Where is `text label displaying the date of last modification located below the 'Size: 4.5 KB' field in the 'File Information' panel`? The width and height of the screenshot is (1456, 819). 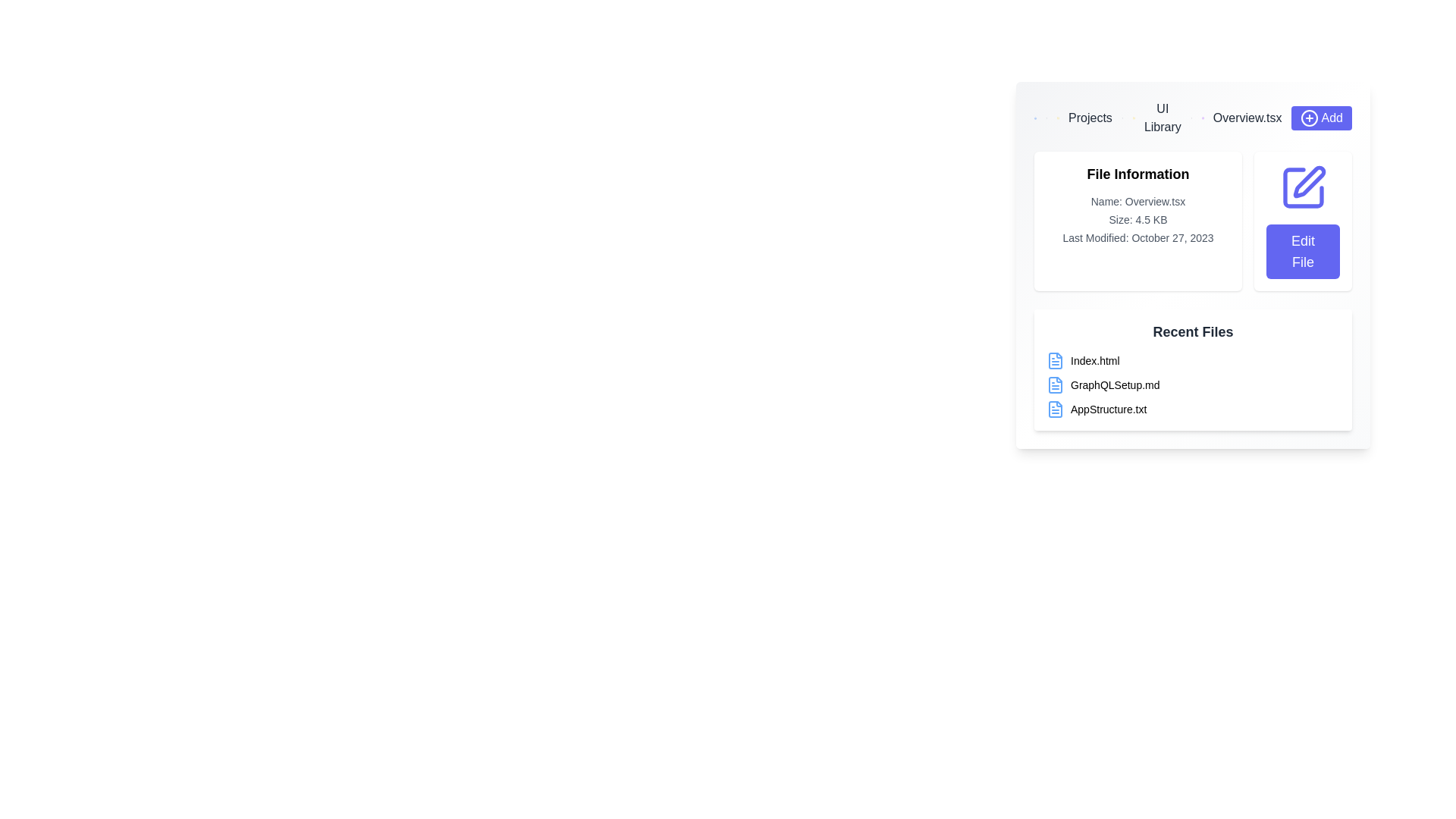
text label displaying the date of last modification located below the 'Size: 4.5 KB' field in the 'File Information' panel is located at coordinates (1138, 237).